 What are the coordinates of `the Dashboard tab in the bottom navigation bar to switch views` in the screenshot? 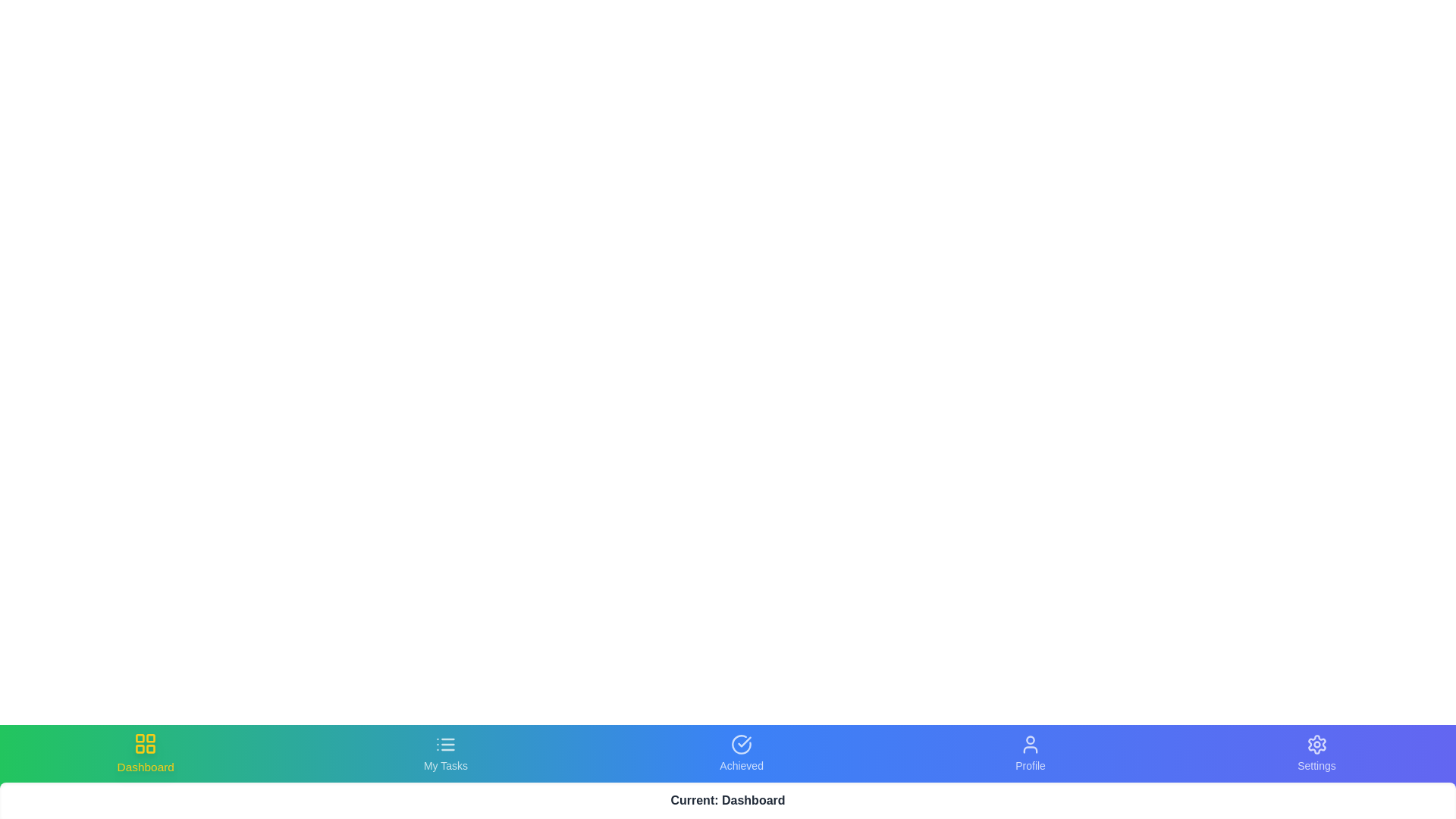 It's located at (146, 754).